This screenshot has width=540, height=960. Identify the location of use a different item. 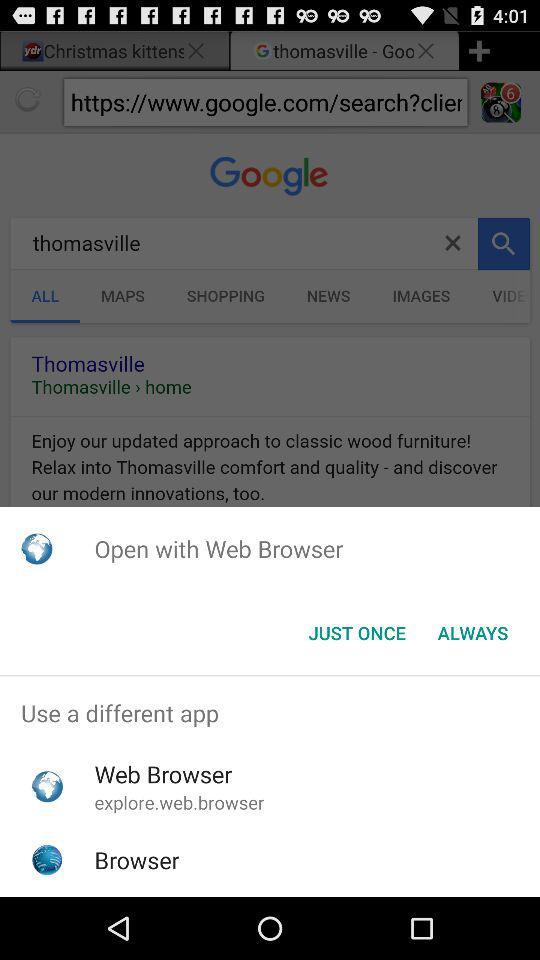
(270, 713).